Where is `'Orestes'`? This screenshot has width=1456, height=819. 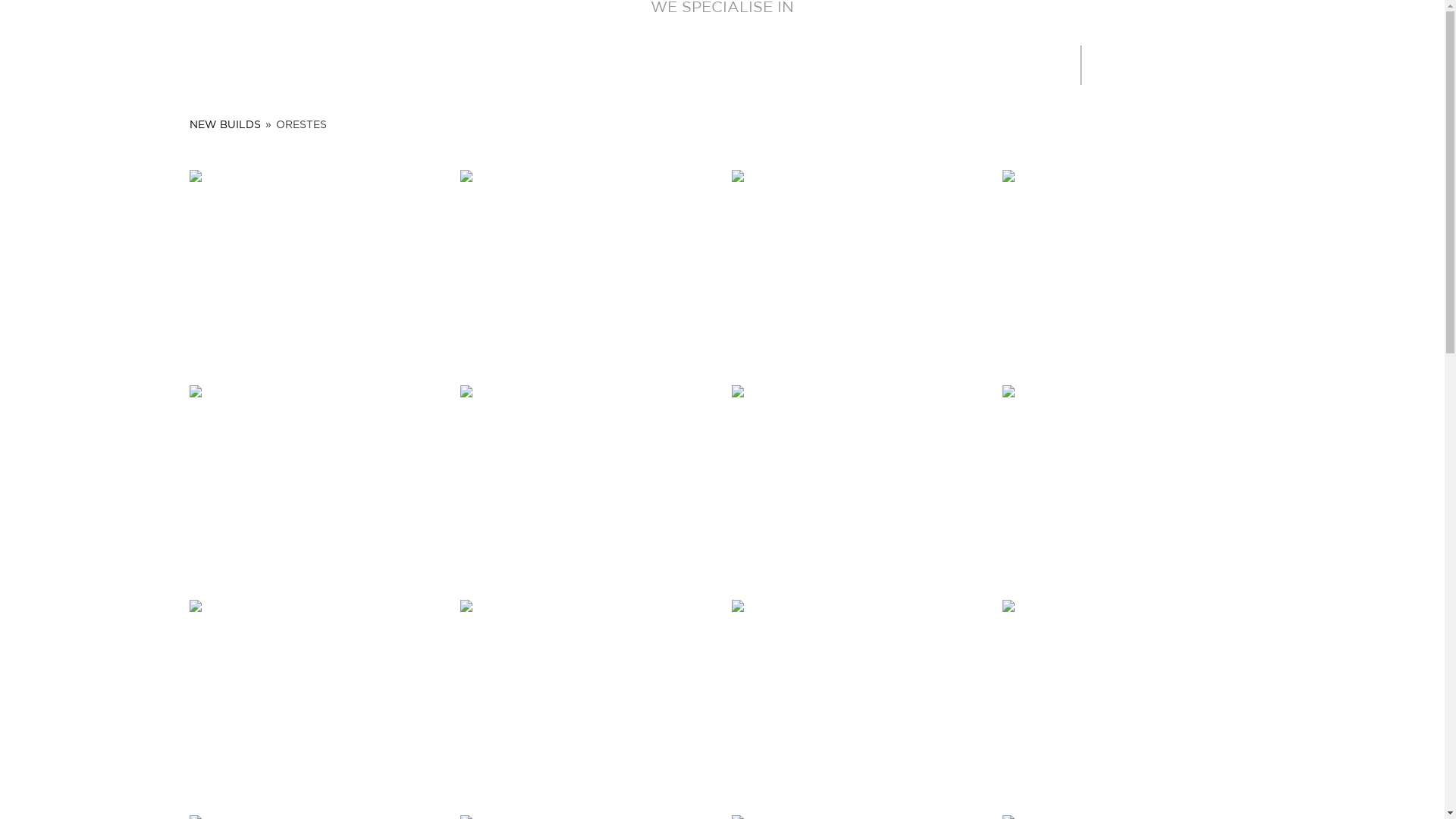
'Orestes' is located at coordinates (585, 698).